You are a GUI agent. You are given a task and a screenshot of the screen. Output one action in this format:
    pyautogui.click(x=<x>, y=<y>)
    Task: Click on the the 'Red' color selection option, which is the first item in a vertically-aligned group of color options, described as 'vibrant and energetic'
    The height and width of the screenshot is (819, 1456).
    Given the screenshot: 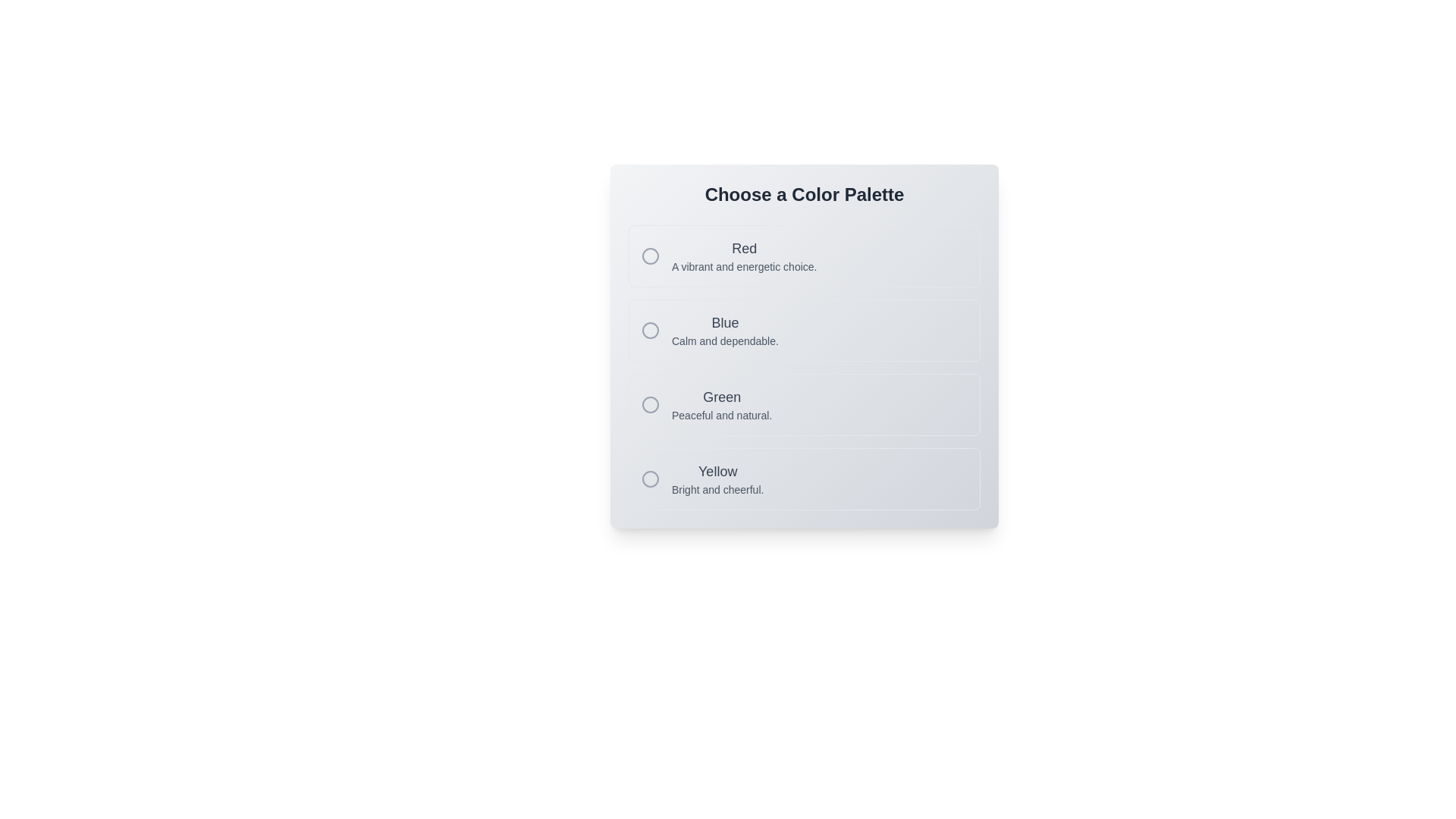 What is the action you would take?
    pyautogui.click(x=803, y=256)
    